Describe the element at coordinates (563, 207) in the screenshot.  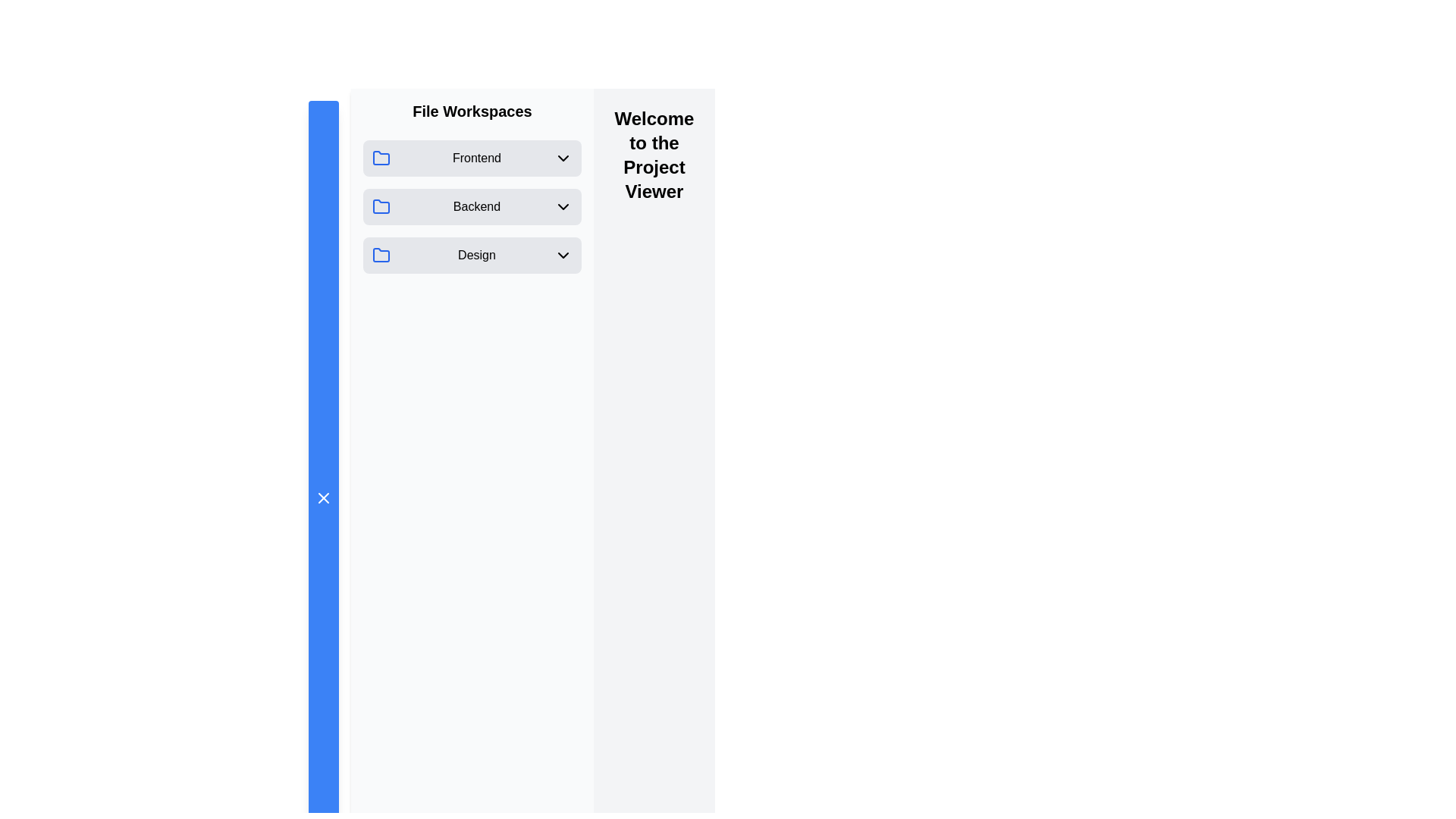
I see `the chevron icon located to the right of the 'Backend' text` at that location.